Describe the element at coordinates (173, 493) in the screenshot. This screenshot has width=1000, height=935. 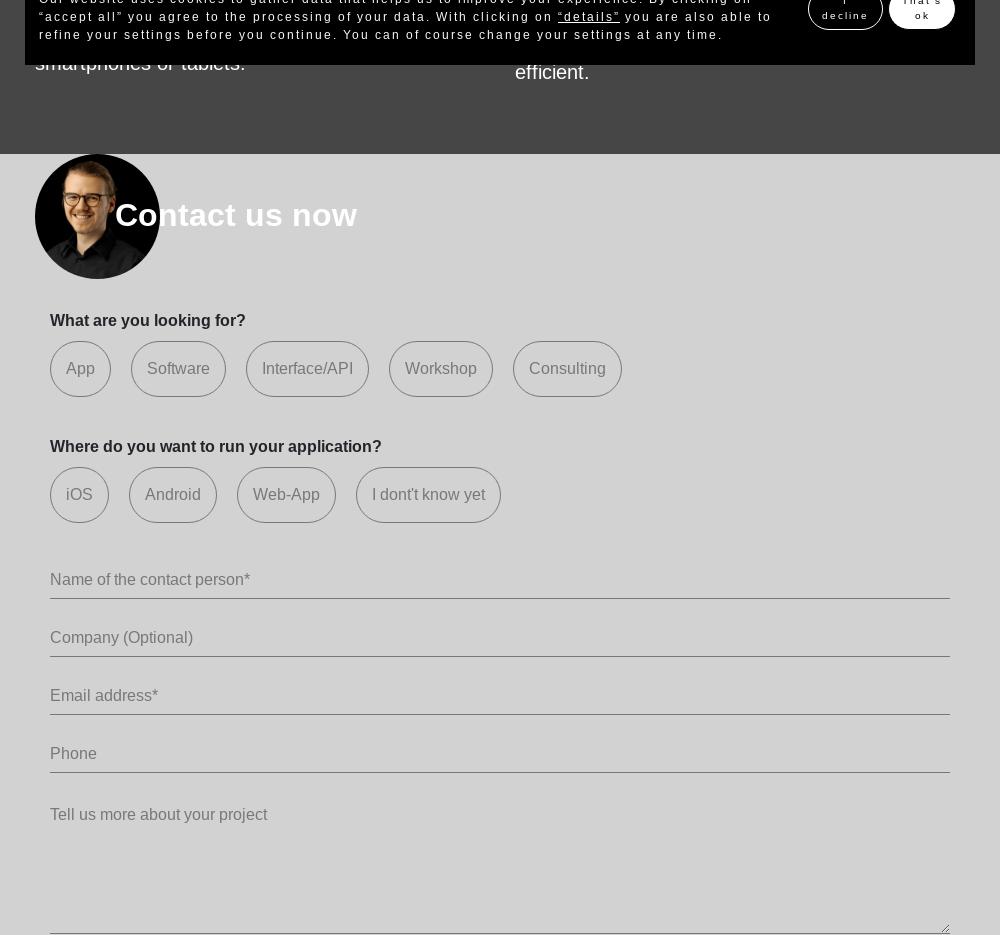
I see `'Android'` at that location.